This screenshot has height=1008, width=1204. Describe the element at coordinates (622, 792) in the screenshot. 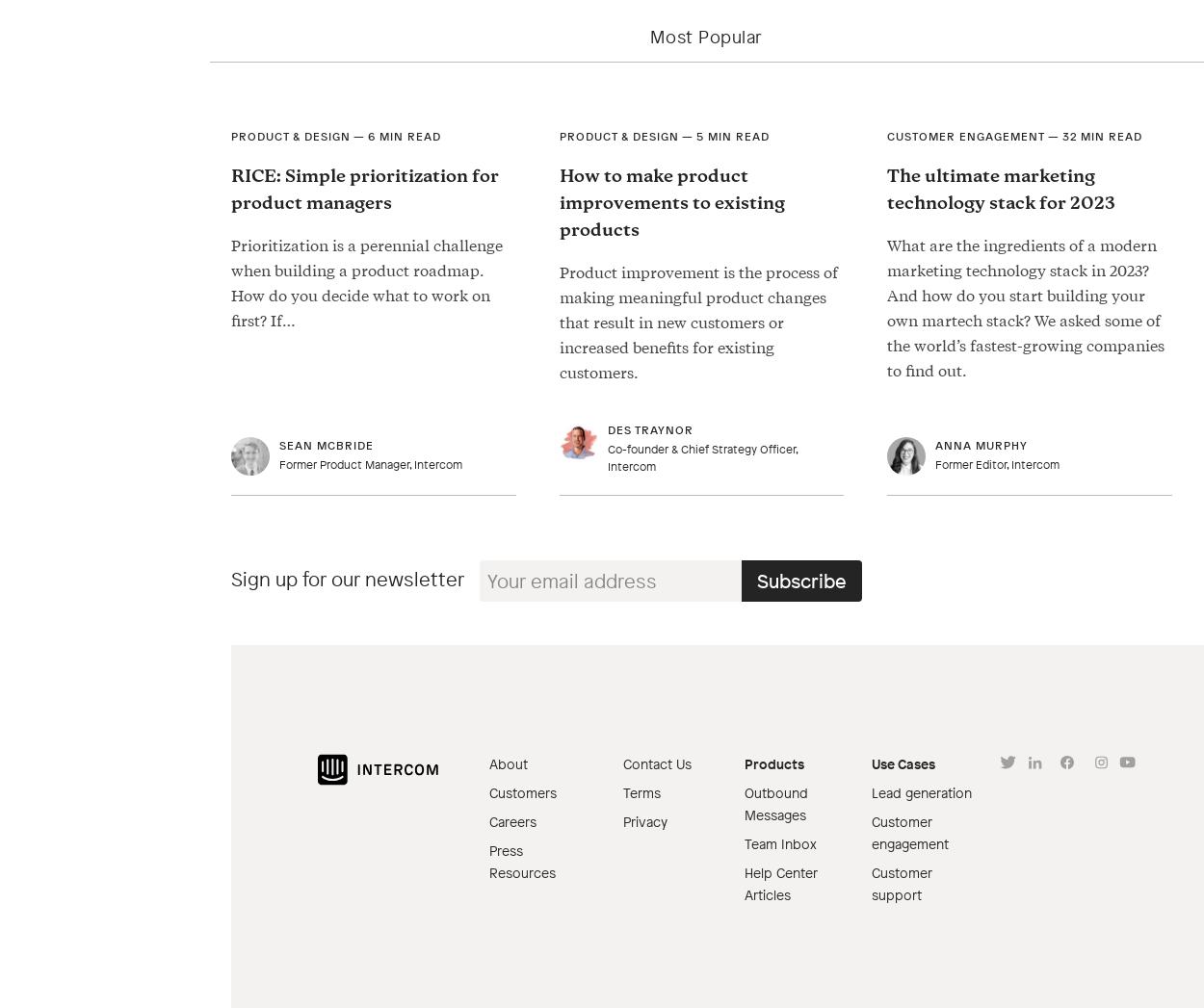

I see `'Terms'` at that location.